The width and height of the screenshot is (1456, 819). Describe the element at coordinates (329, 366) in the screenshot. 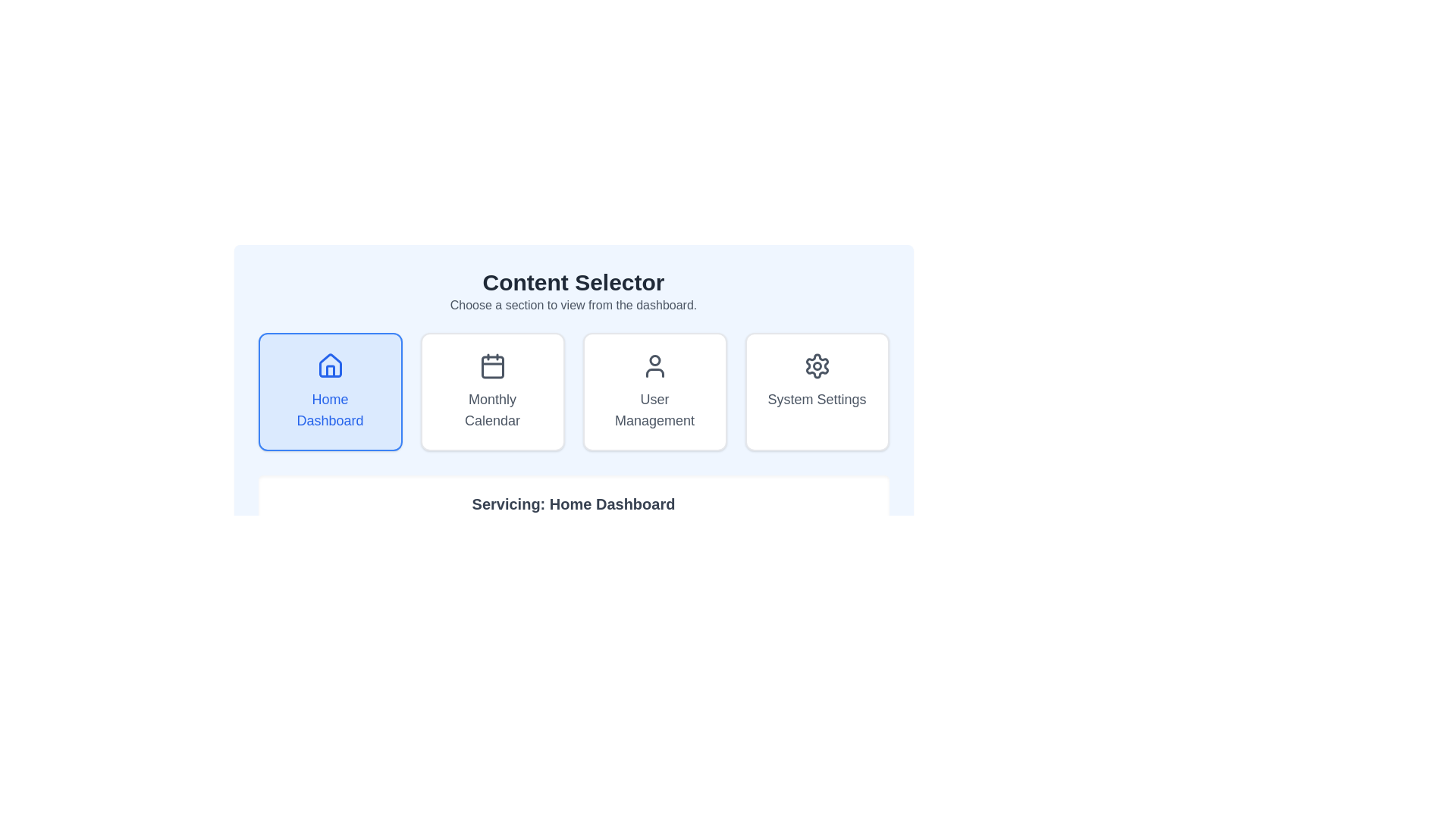

I see `the stylized house icon outlined with blue strokes on a pale background, located at the top of the 'Home Dashboard' interactive card, as a visual cue` at that location.